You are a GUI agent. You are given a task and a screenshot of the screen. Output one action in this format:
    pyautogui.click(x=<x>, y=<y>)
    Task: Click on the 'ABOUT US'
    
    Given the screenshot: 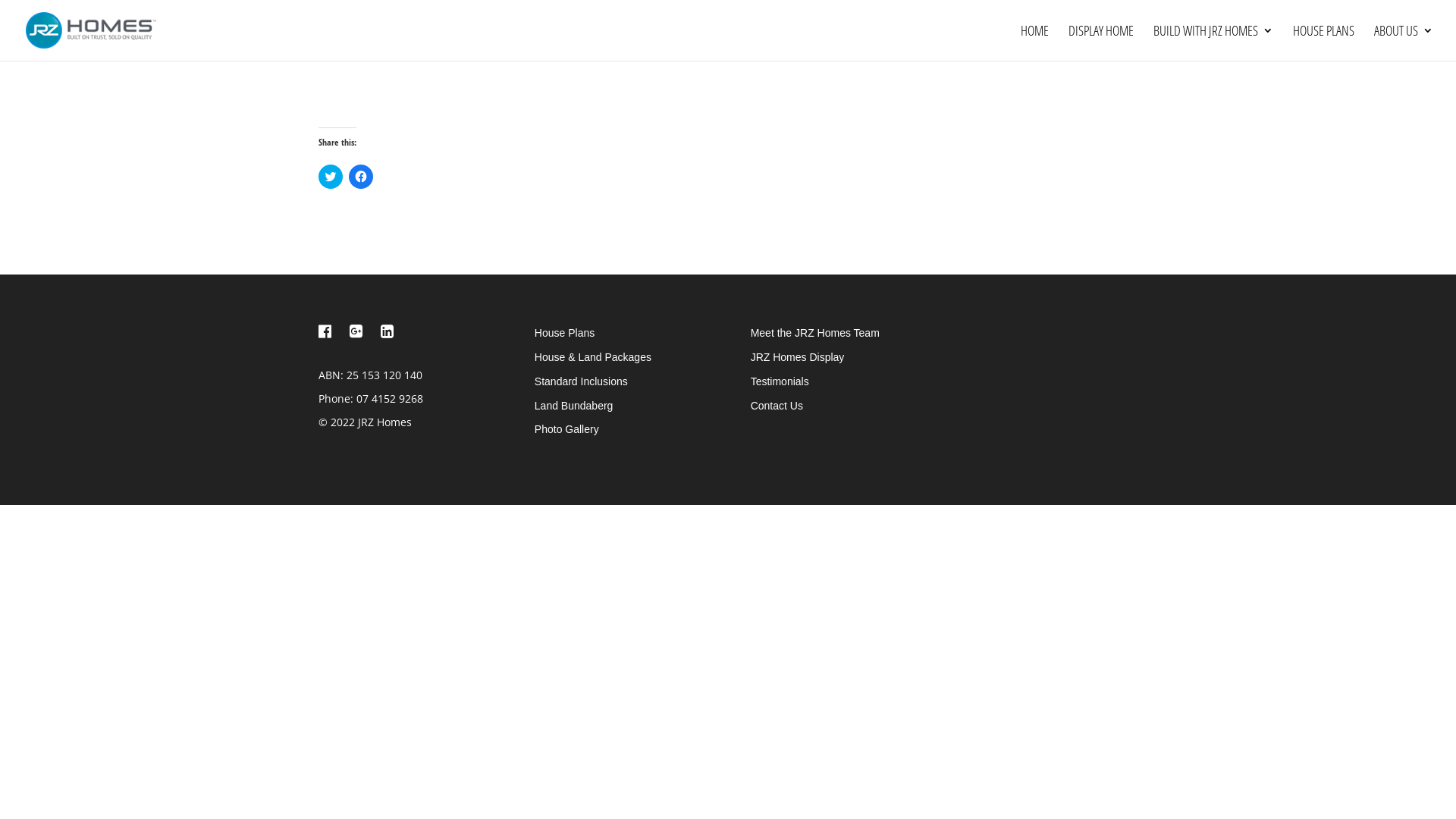 What is the action you would take?
    pyautogui.click(x=1403, y=42)
    